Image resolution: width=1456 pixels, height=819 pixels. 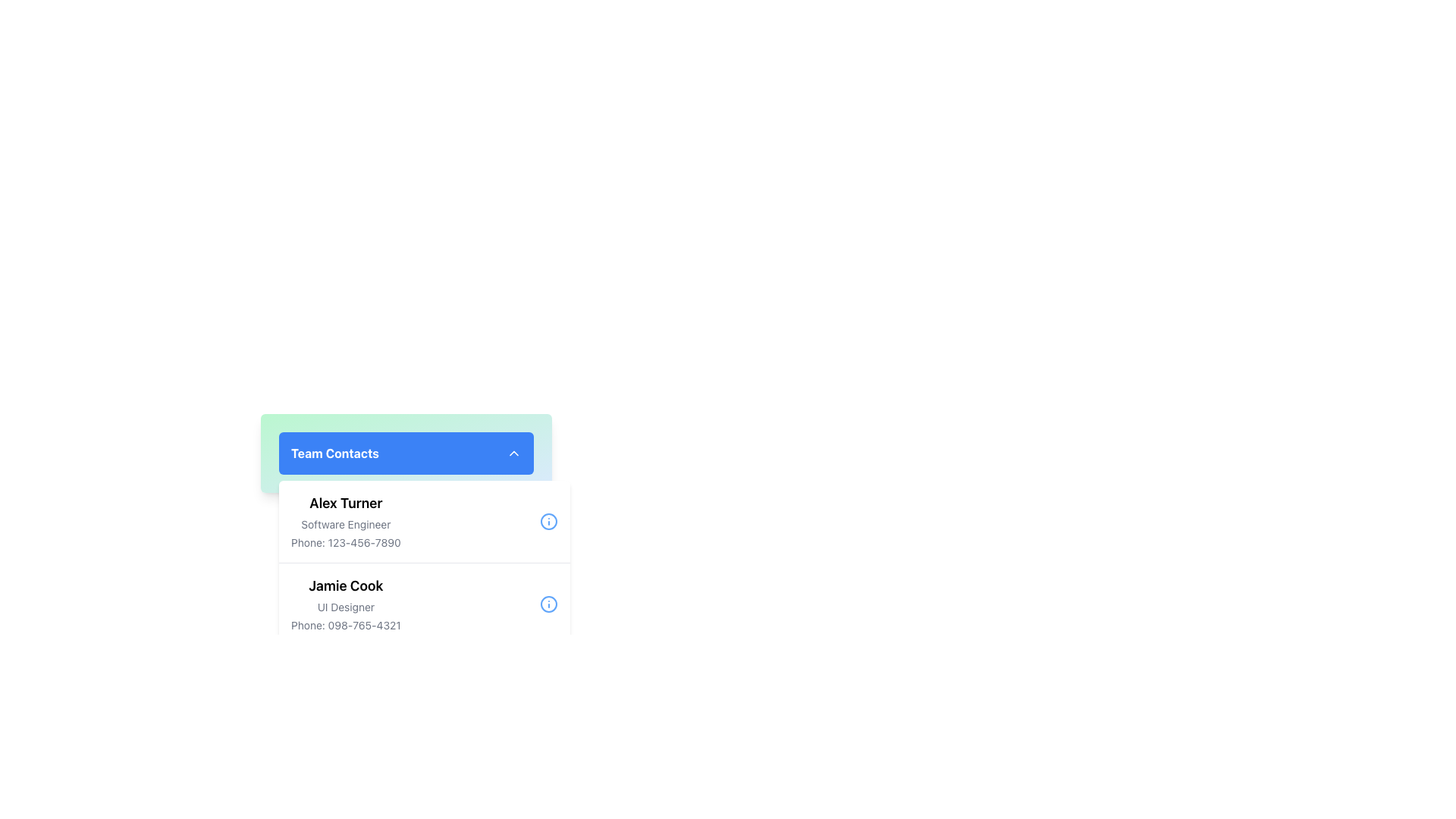 What do you see at coordinates (345, 607) in the screenshot?
I see `text label displaying 'UI Designer' in gray font, located between 'Jamie Cook' and 'Phone: 098-765-4321' in the contact information section` at bounding box center [345, 607].